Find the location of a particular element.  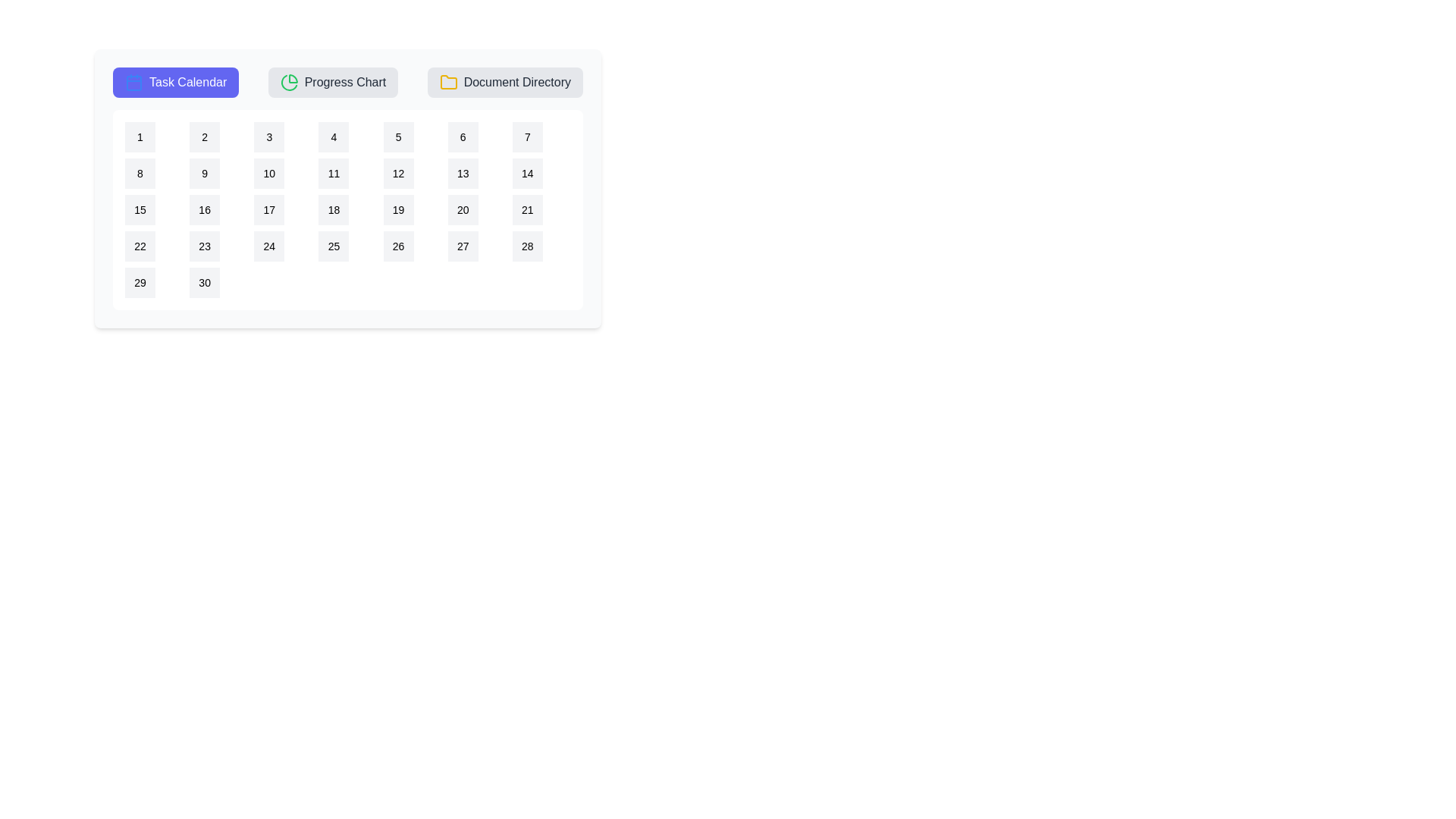

the Task Calendar tab is located at coordinates (175, 82).